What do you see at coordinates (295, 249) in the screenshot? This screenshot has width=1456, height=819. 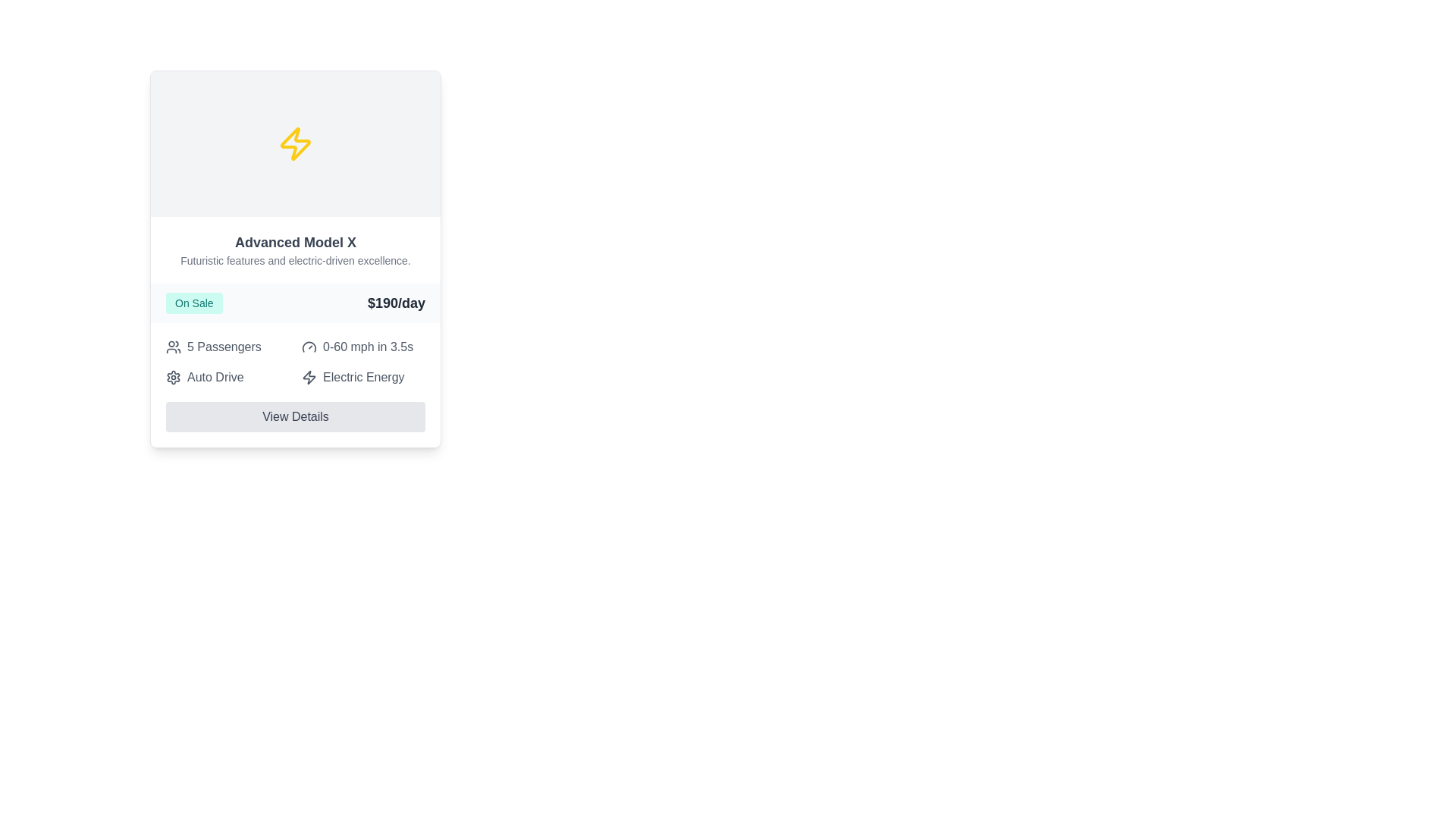 I see `the text element titled 'Advanced Model X' which contains a subtitle describing its futuristic features and electric-driven excellence` at bounding box center [295, 249].